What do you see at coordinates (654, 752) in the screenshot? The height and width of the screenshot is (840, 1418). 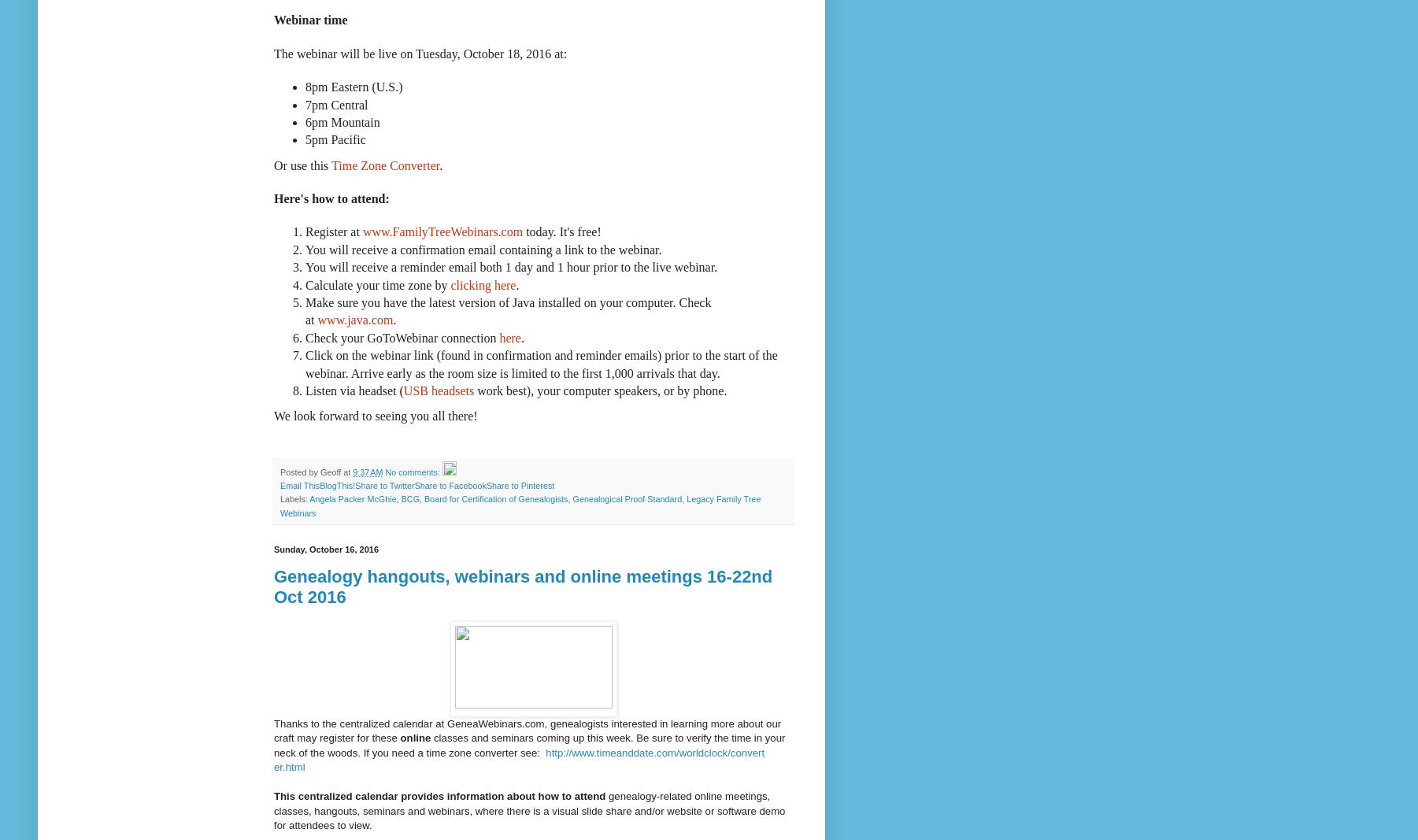 I see `'anddate.com/wor'` at bounding box center [654, 752].